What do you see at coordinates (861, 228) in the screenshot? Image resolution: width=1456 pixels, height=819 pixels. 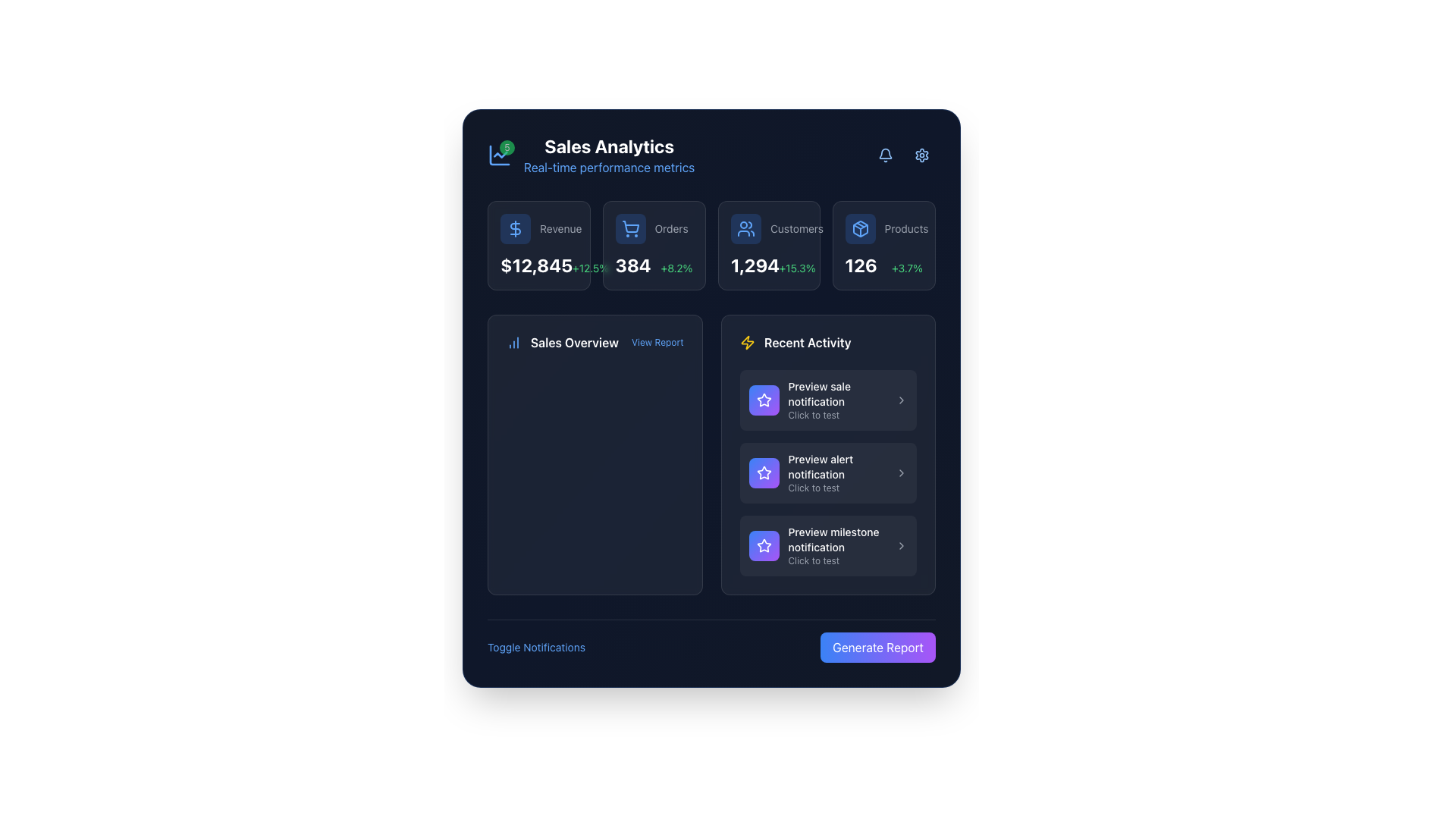 I see `the small rounded square button with a blue outline and semi-transparent blue background that contains a white package icon, located in the 'Products' section of the interface` at bounding box center [861, 228].